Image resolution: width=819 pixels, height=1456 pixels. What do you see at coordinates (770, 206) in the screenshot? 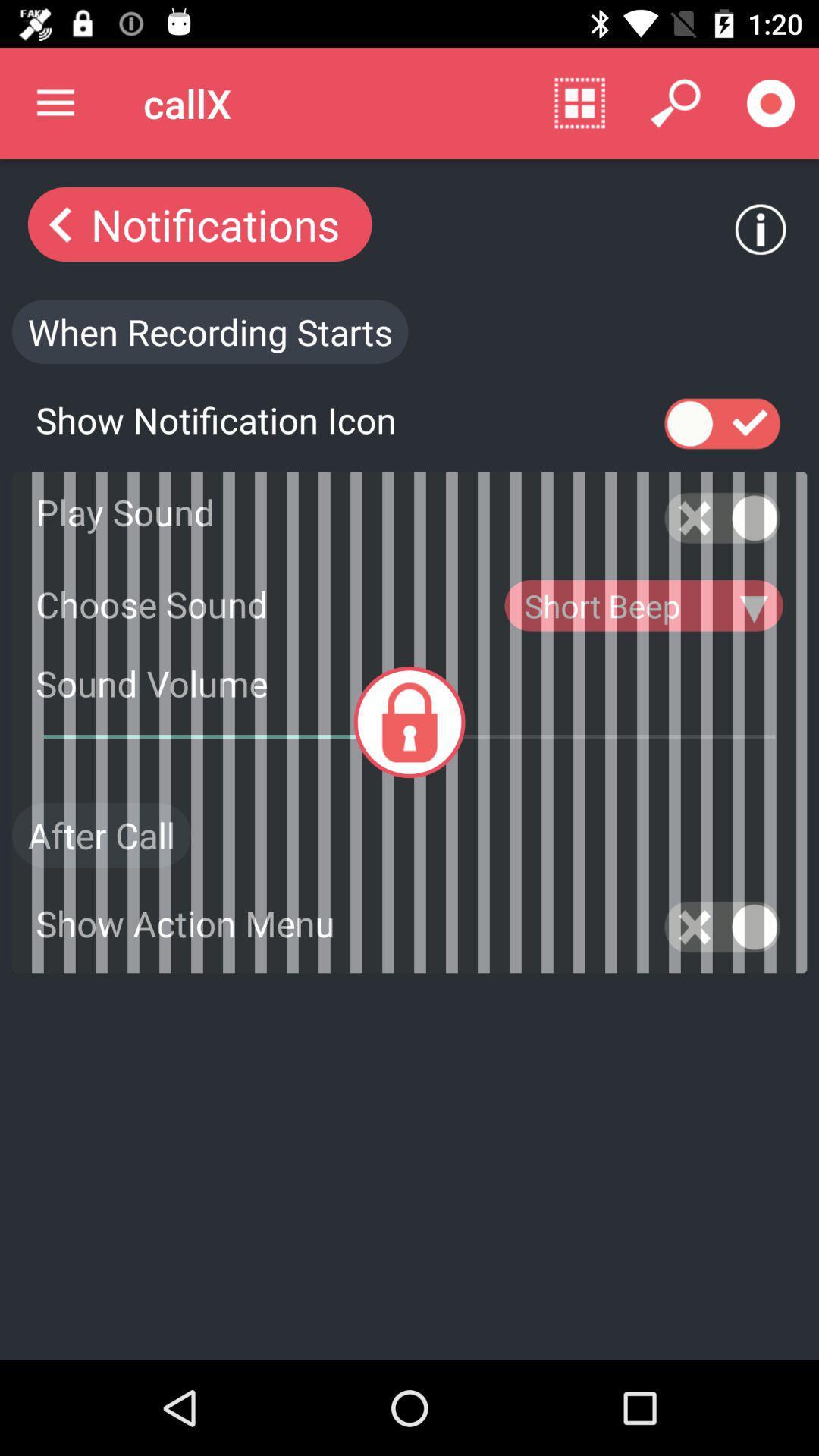
I see `the info icon` at bounding box center [770, 206].